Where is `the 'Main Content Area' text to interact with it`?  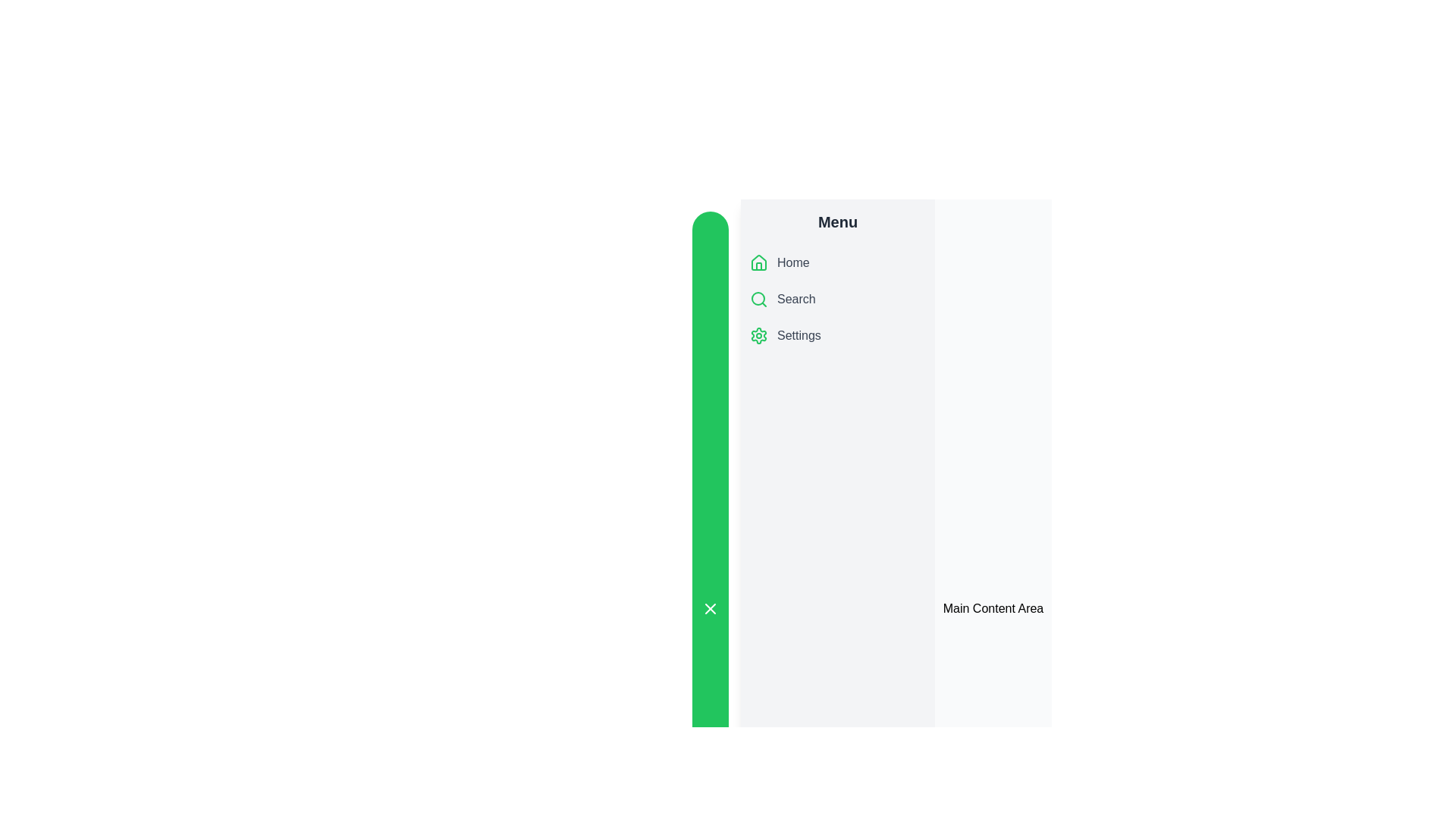
the 'Main Content Area' text to interact with it is located at coordinates (993, 607).